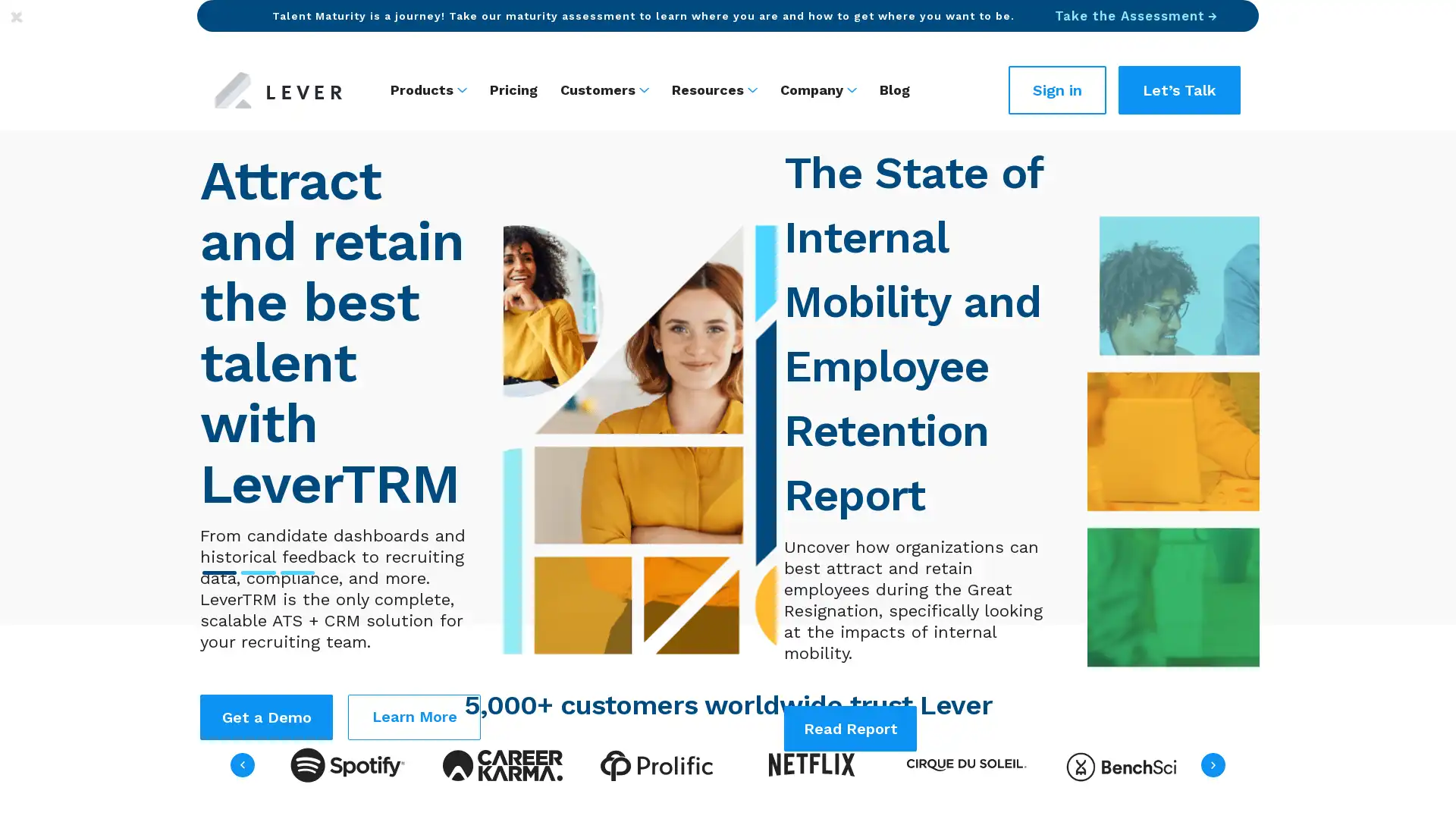 The image size is (1456, 819). What do you see at coordinates (1136, 15) in the screenshot?
I see `Take the Assessment` at bounding box center [1136, 15].